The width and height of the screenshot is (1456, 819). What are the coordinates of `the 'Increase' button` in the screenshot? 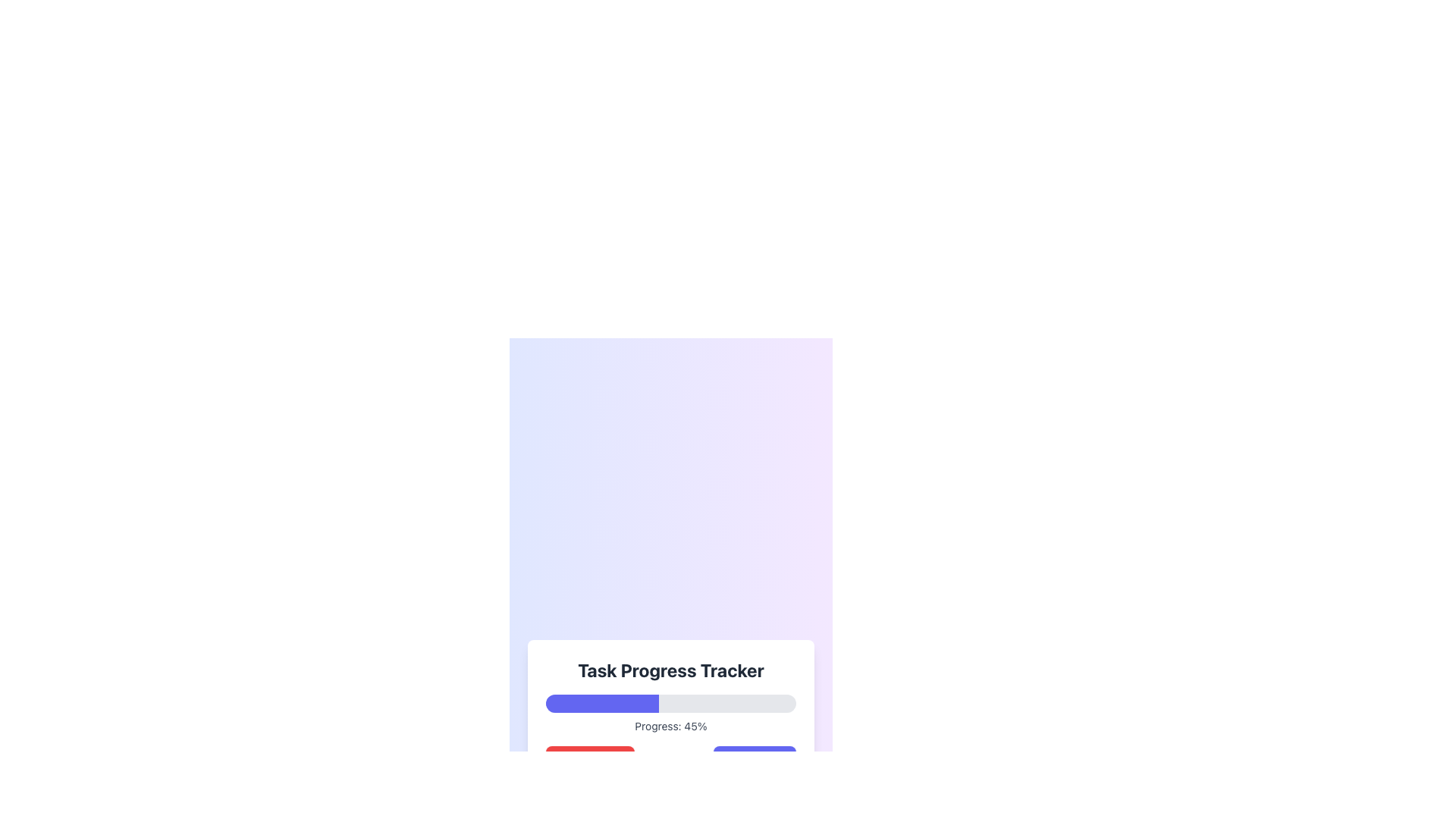 It's located at (755, 761).